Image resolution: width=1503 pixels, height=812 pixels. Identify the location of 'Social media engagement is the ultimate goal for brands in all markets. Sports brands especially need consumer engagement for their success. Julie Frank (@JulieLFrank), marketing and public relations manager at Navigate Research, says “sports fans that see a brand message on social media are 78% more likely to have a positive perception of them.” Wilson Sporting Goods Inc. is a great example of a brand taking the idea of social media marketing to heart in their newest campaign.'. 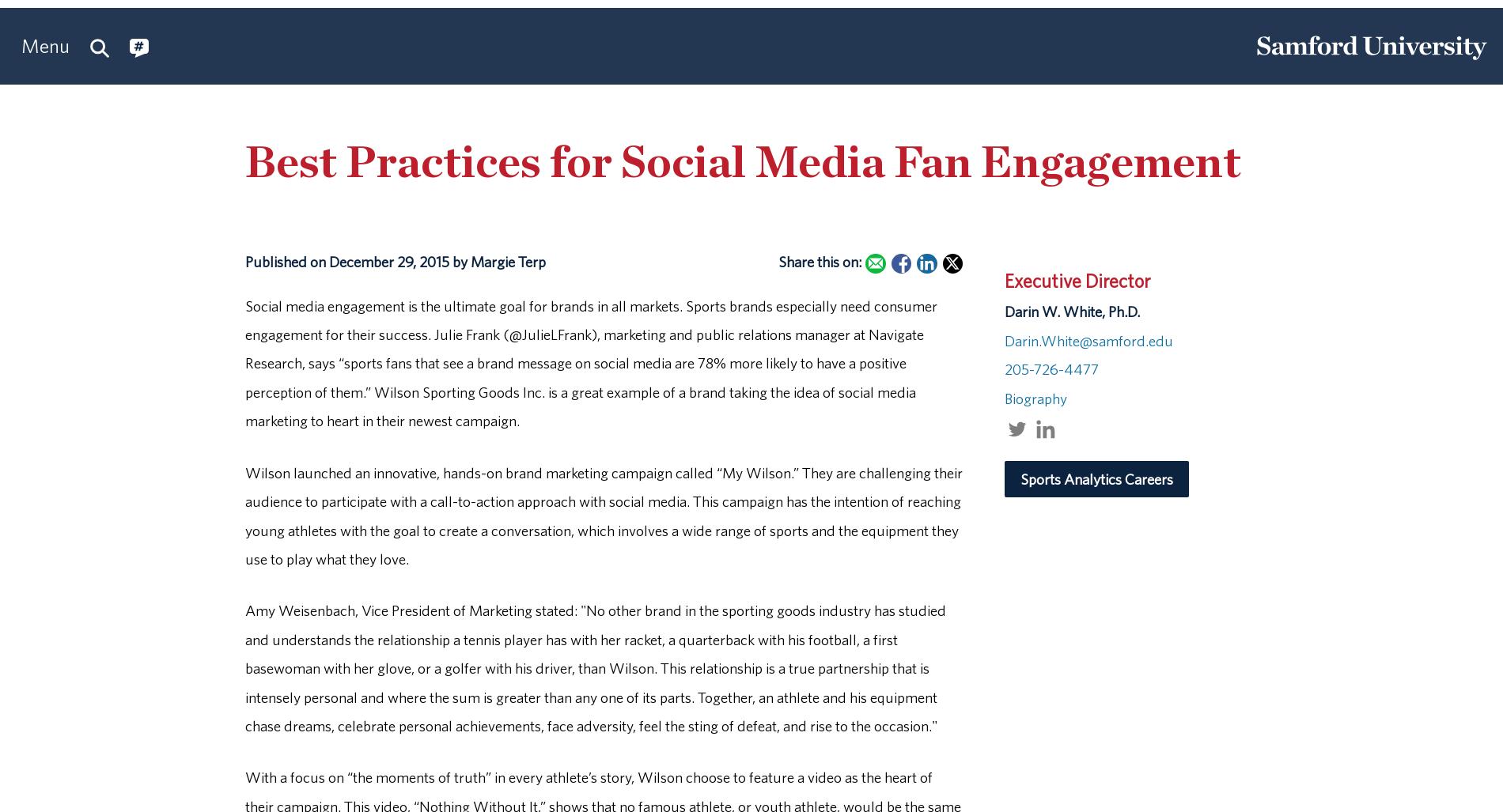
(244, 362).